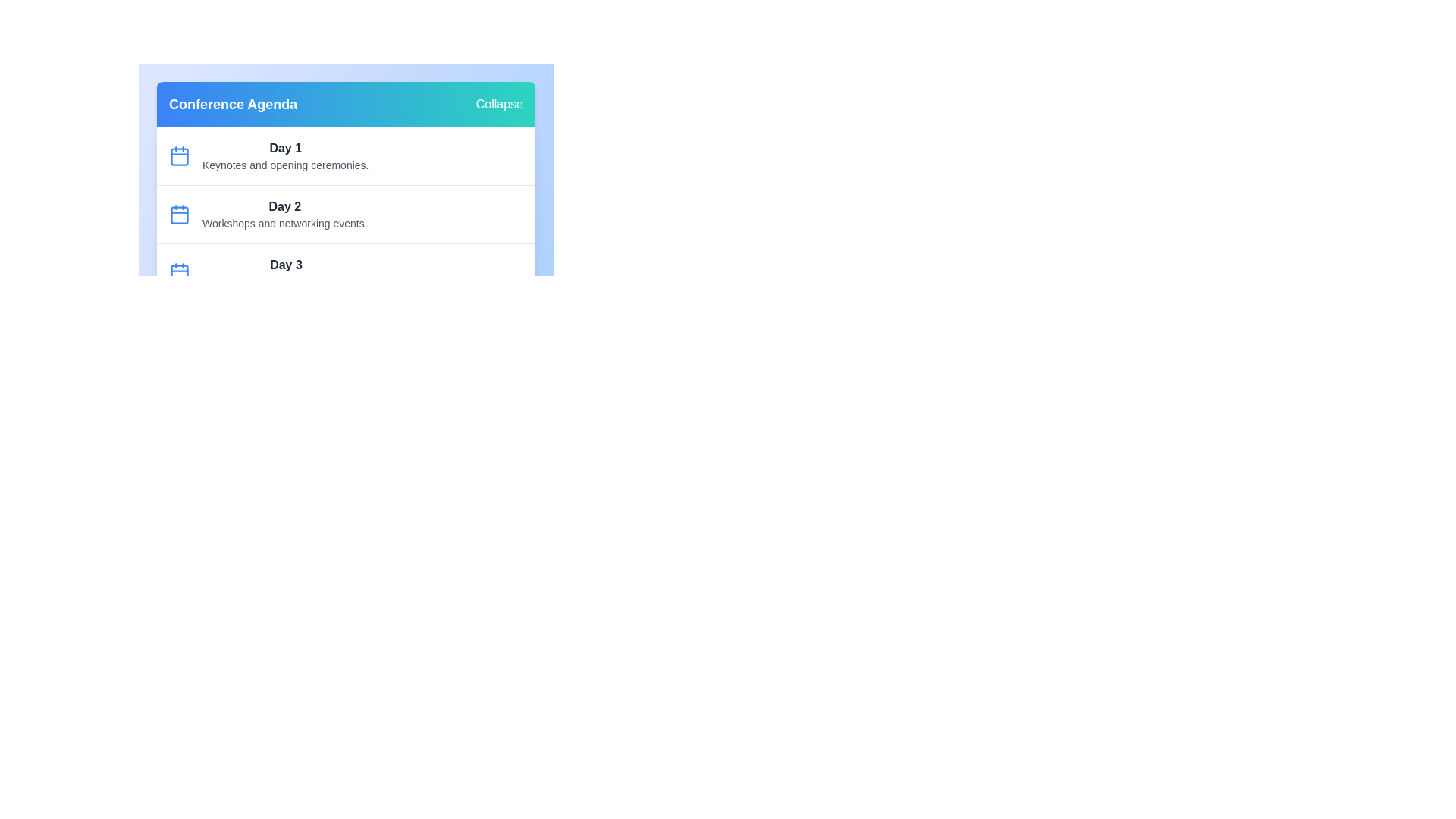  What do you see at coordinates (498, 104) in the screenshot?
I see `the 'Collapse' button to collapse the agenda details` at bounding box center [498, 104].